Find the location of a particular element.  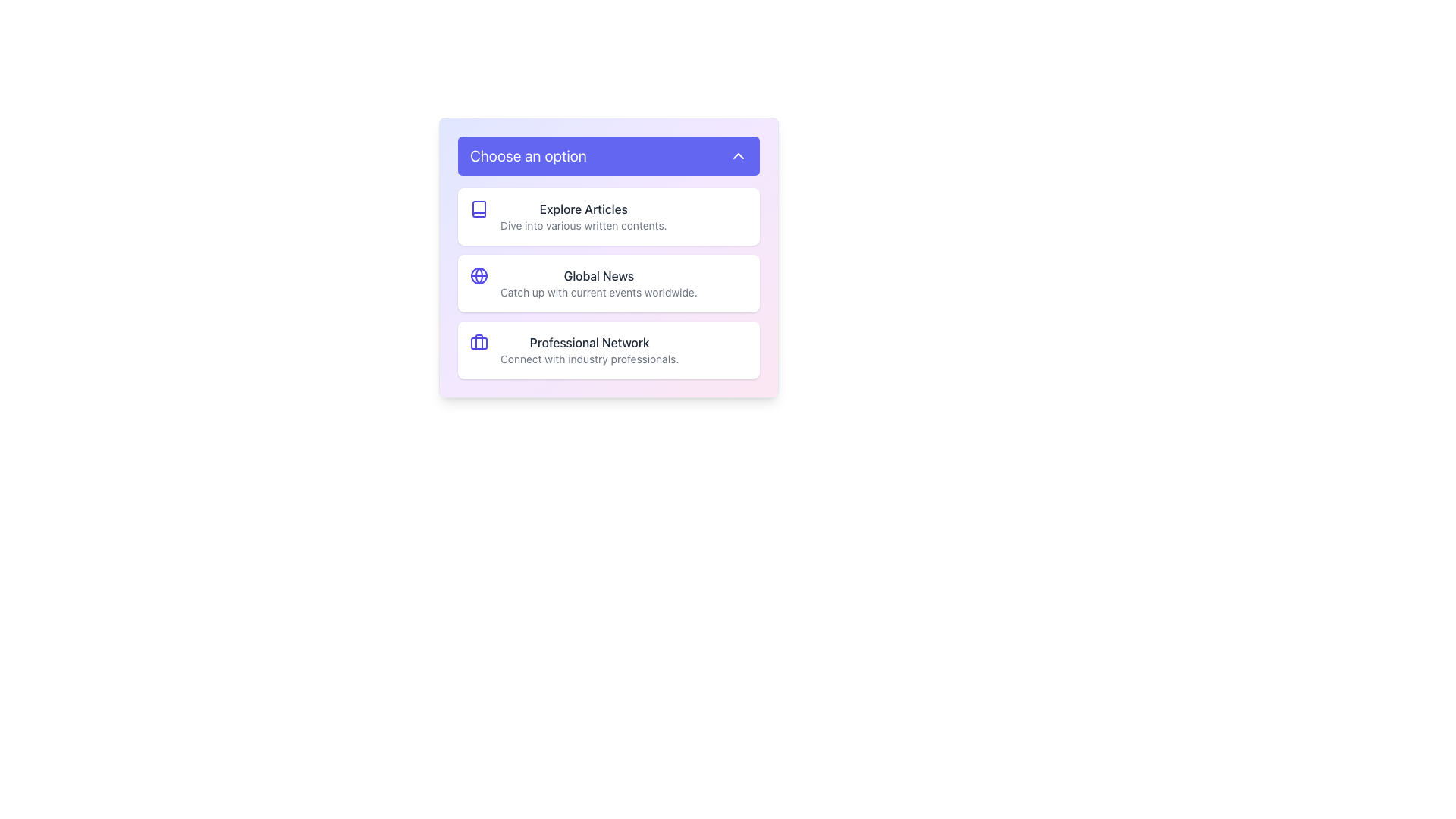

the second selectable card option in the vertically stacked group, which contains a title and descriptive text, positioned centrally below 'Explore Articles' and above 'Professional Network' is located at coordinates (608, 284).